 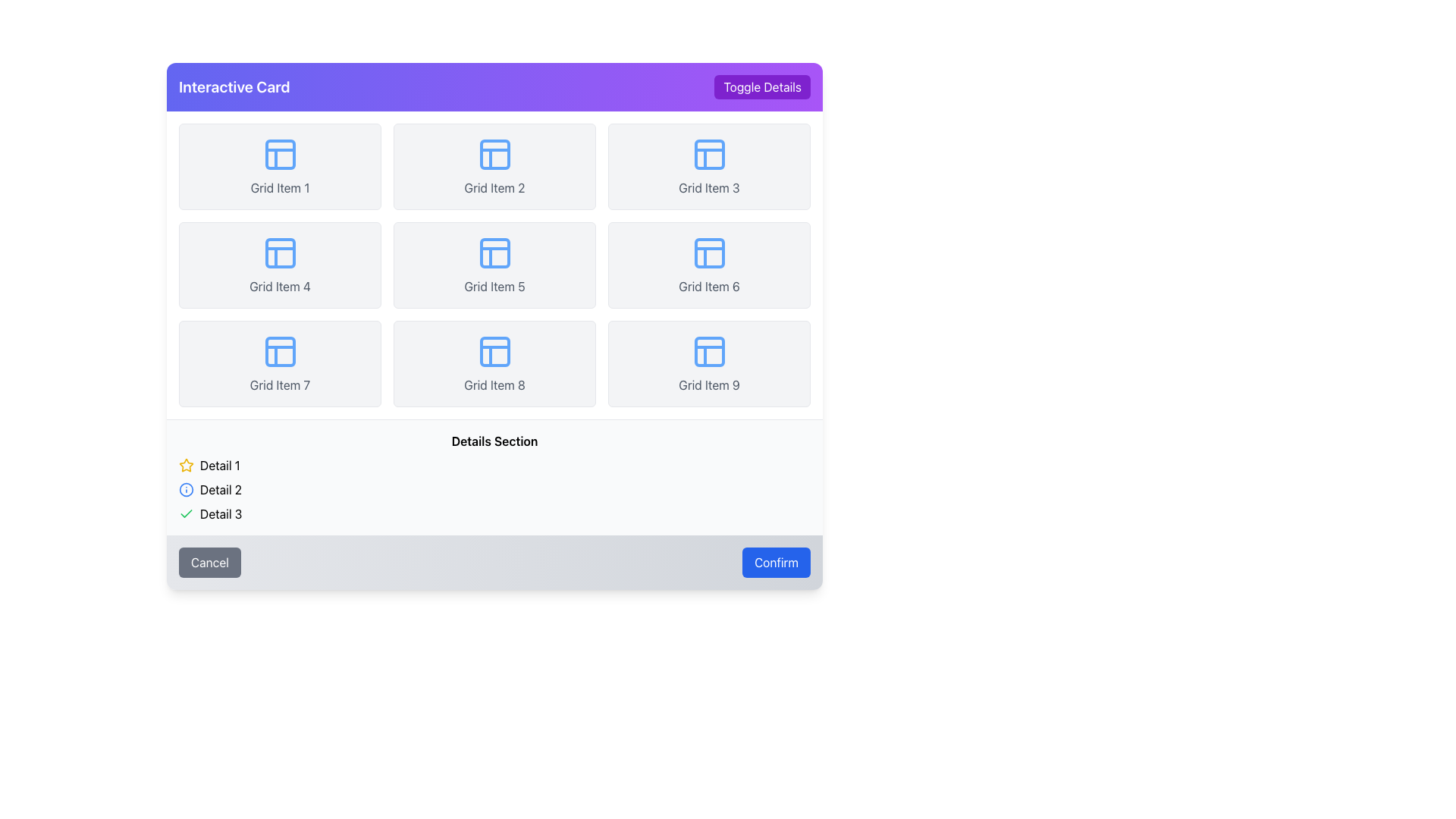 I want to click on the Decorative SVG vector graphic located in the top-right grid item labeled 'Grid Item 3'. This element visually represents part of an SVG-based icon and has no interactive properties, so click(x=708, y=155).